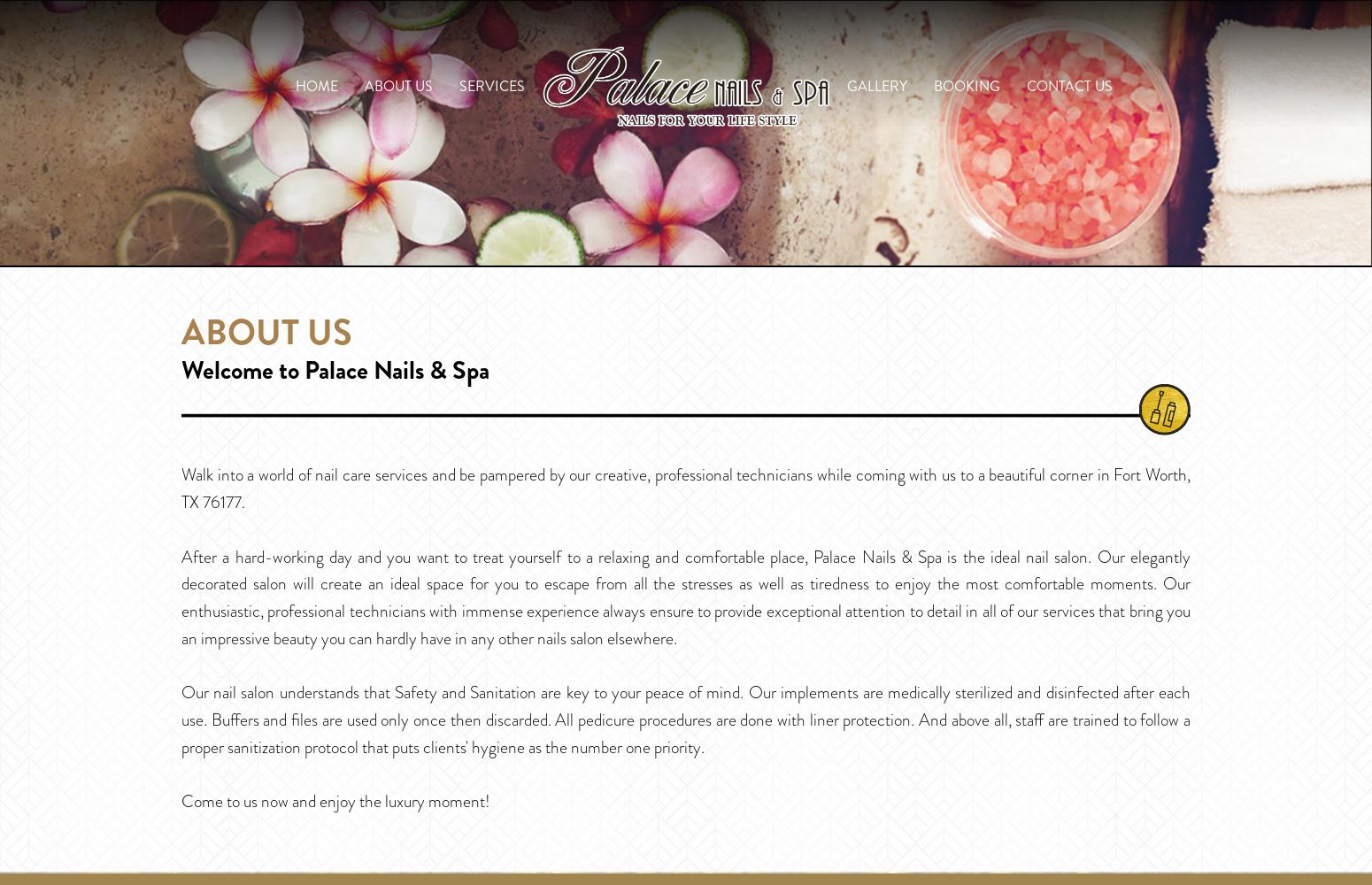 This screenshot has height=885, width=1372. Describe the element at coordinates (491, 85) in the screenshot. I see `'Services'` at that location.